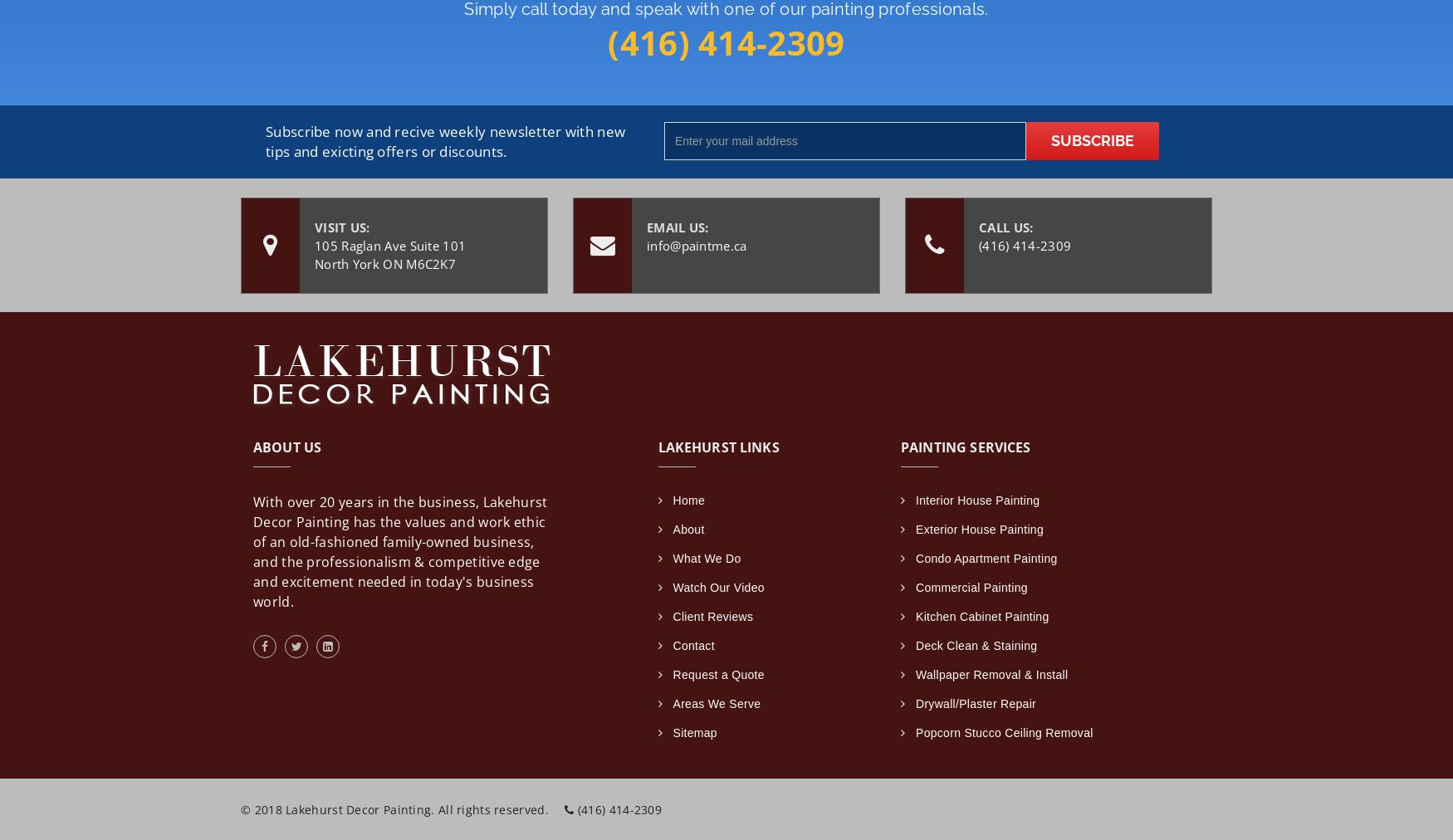 This screenshot has width=1453, height=840. Describe the element at coordinates (396, 808) in the screenshot. I see `'© 2018 Lakehurst Decor Painting. All rights reserved.'` at that location.